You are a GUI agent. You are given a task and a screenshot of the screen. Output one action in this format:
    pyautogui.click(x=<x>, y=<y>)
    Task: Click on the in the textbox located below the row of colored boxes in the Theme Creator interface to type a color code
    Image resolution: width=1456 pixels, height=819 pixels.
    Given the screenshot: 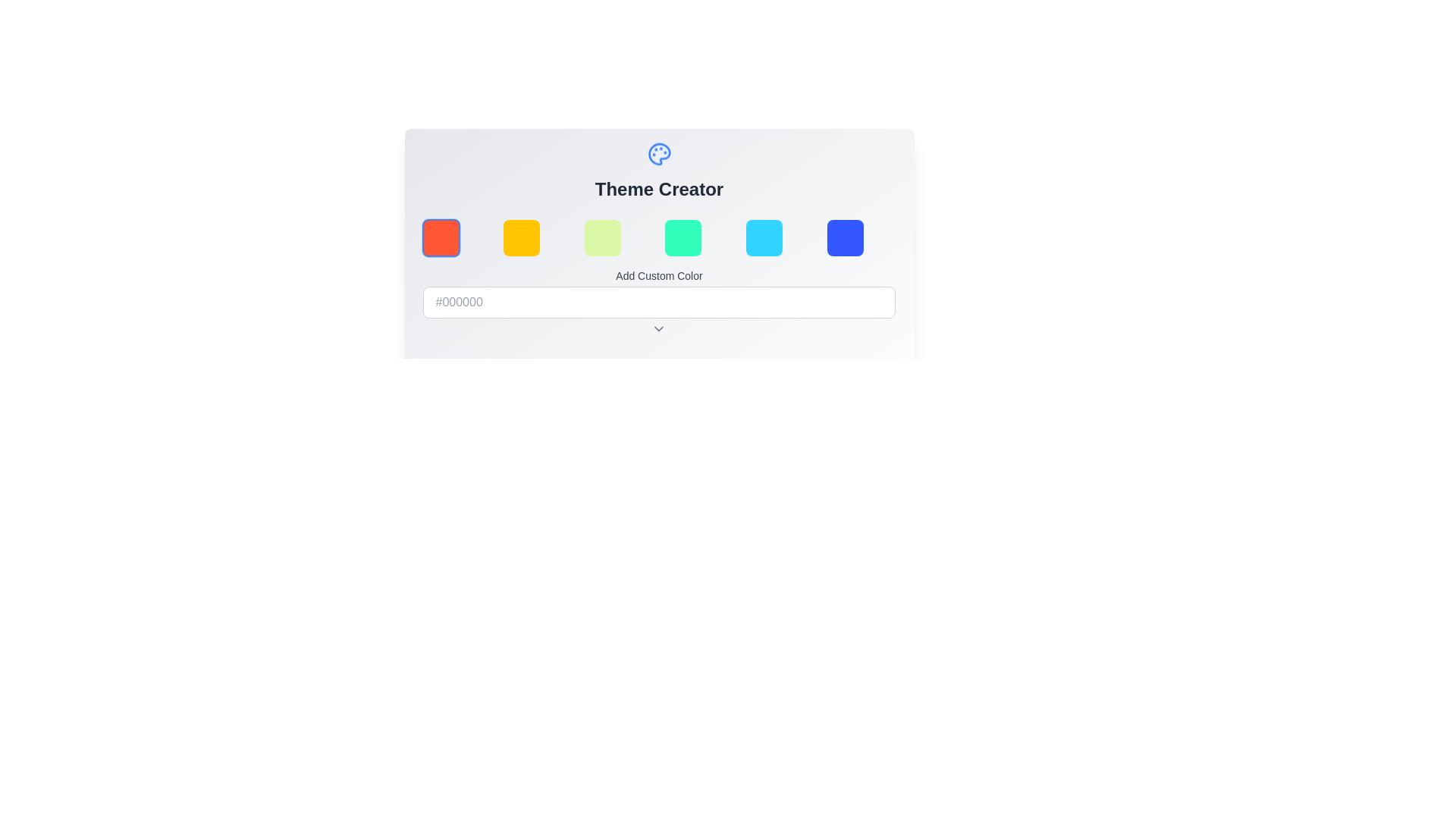 What is the action you would take?
    pyautogui.click(x=659, y=312)
    